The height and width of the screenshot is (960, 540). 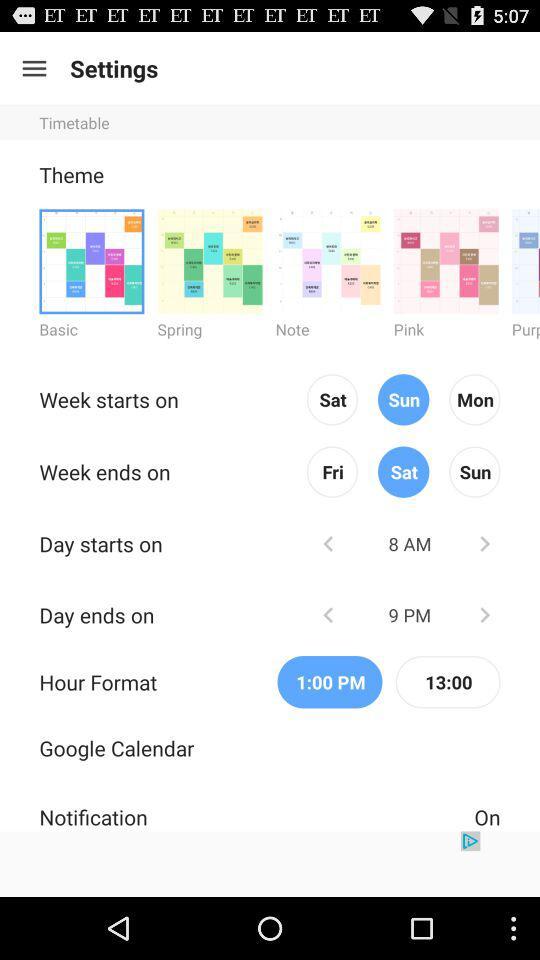 What do you see at coordinates (483, 543) in the screenshot?
I see `increase hour` at bounding box center [483, 543].